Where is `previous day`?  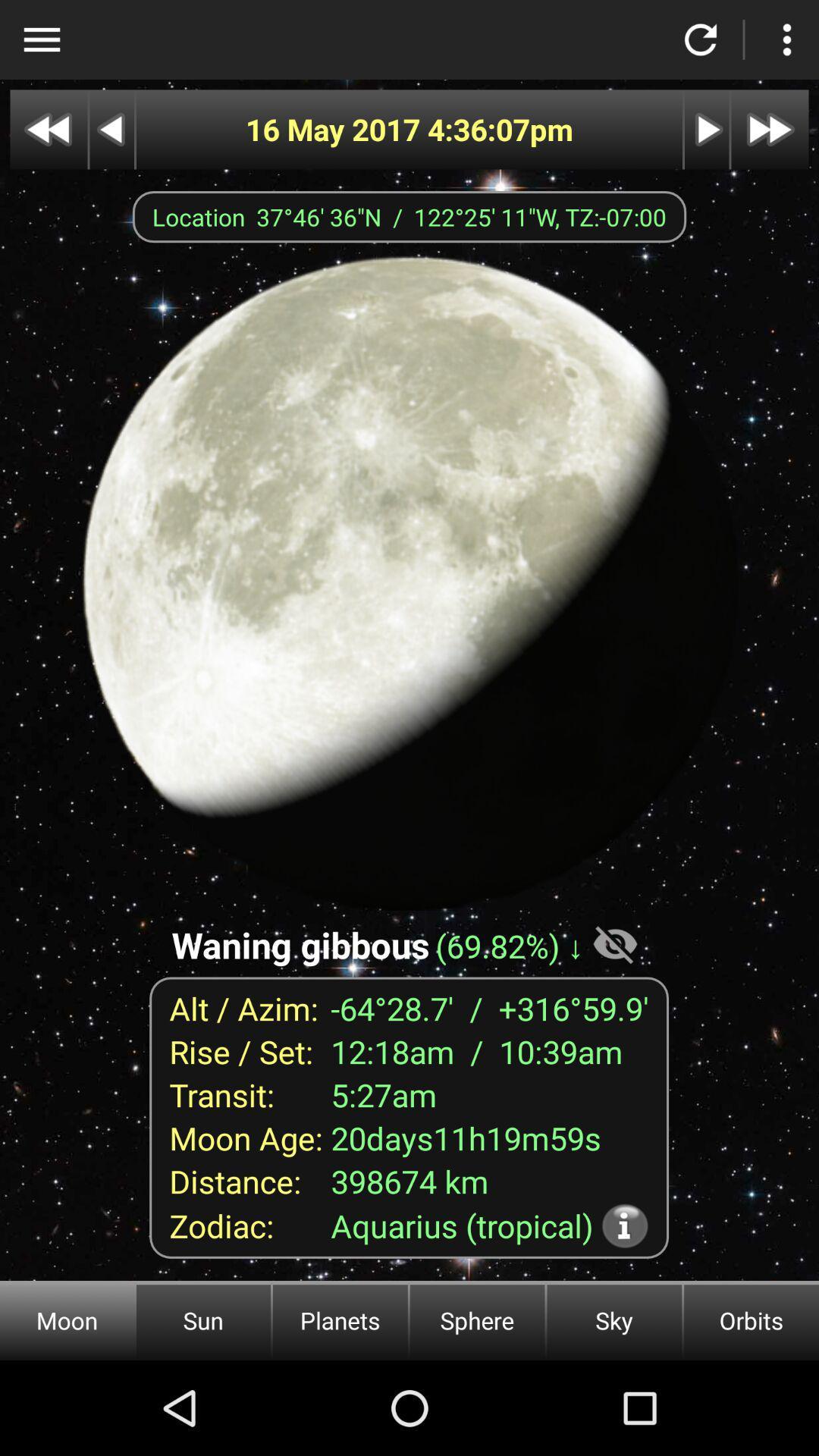 previous day is located at coordinates (111, 130).